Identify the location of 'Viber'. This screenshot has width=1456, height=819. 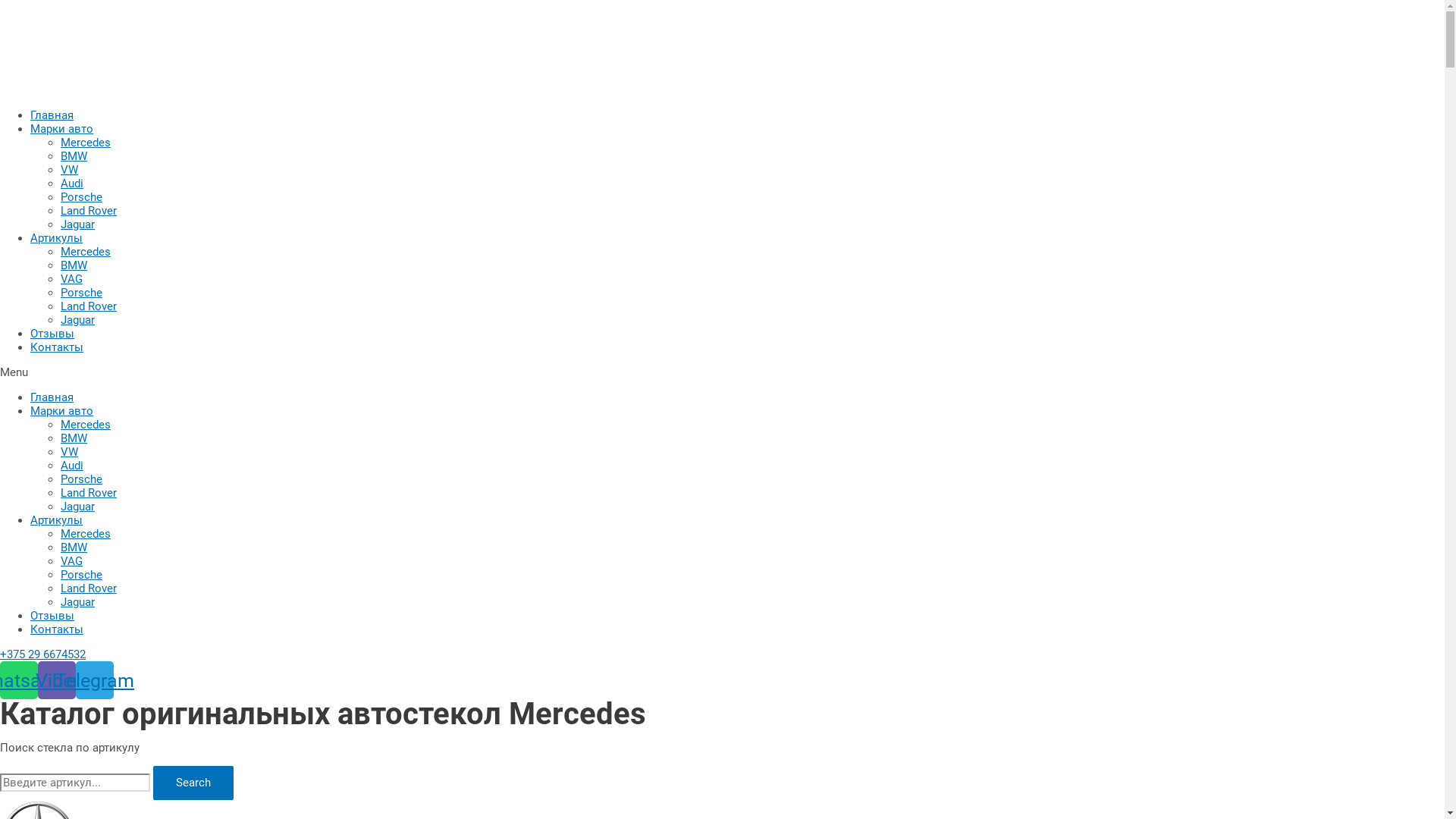
(37, 679).